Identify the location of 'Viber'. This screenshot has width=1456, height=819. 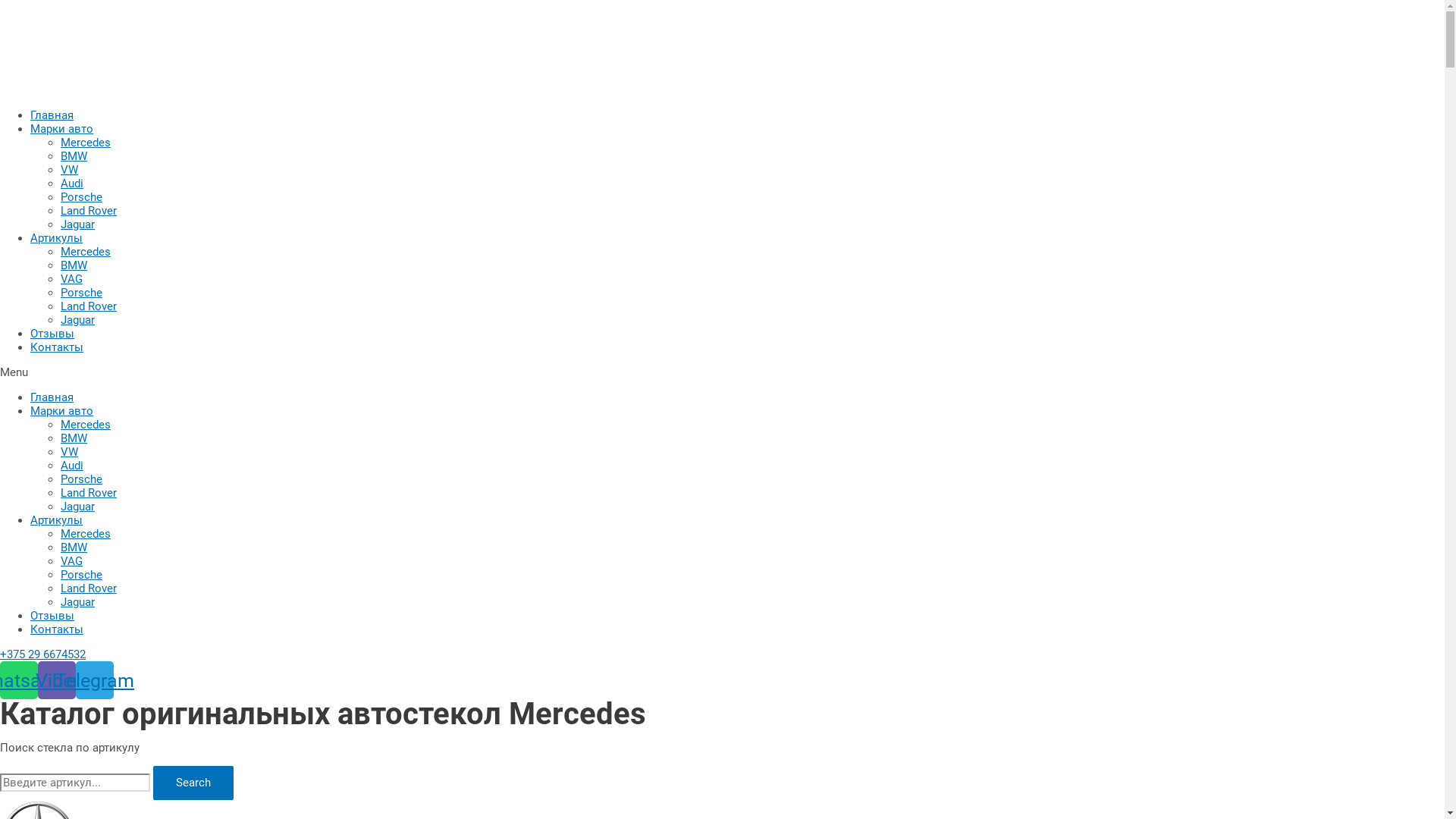
(37, 679).